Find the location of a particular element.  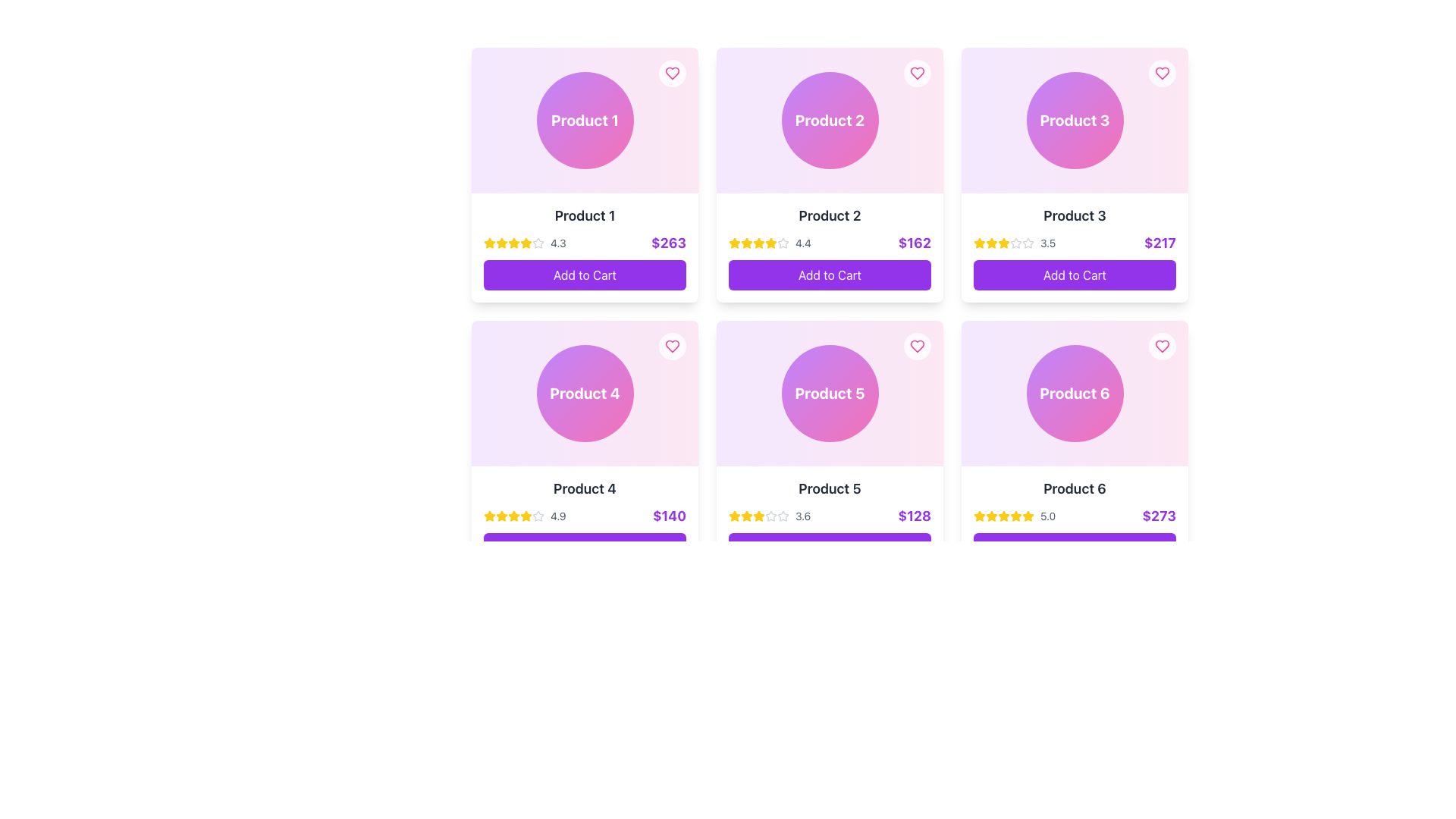

the text label displaying 'Product 5', which is prominently styled in bold dark gray font, located in the middle column of the second row in a card layout is located at coordinates (829, 488).